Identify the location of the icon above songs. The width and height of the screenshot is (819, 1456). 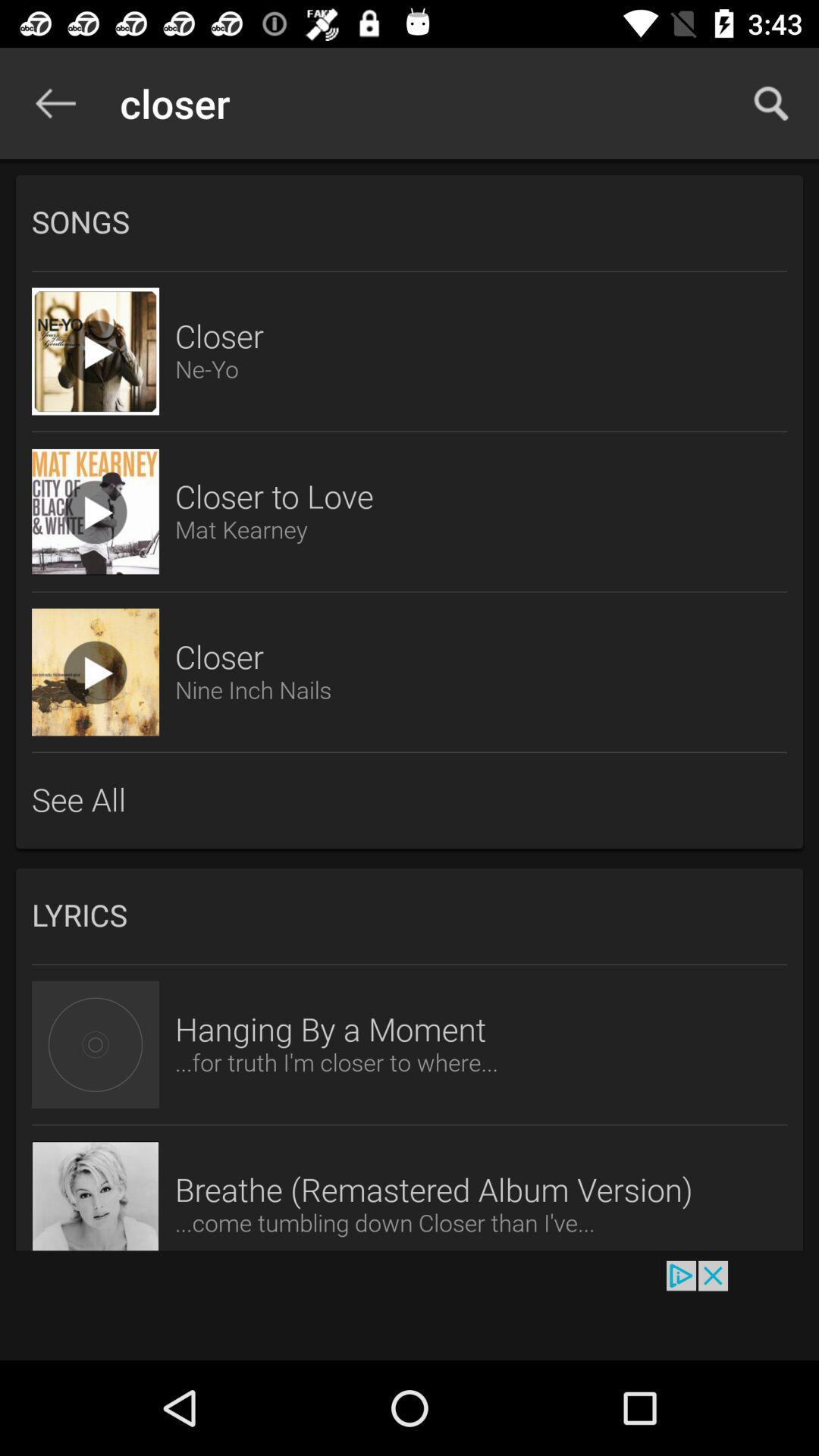
(55, 102).